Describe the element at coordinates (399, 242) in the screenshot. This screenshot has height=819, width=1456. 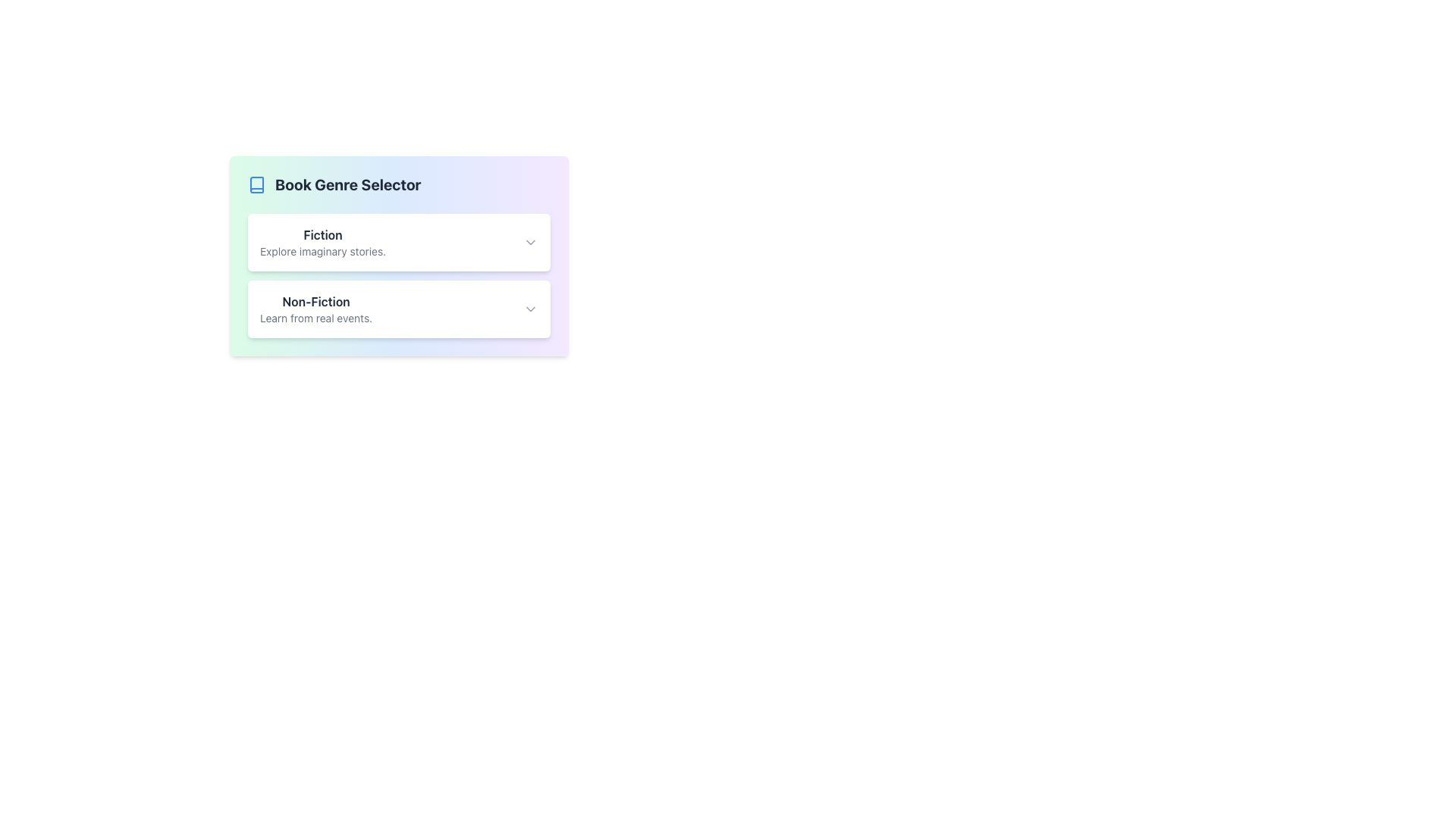
I see `the interactive dropdown button for selecting the book genre 'Fiction' located above the 'Non-Fiction' element` at that location.